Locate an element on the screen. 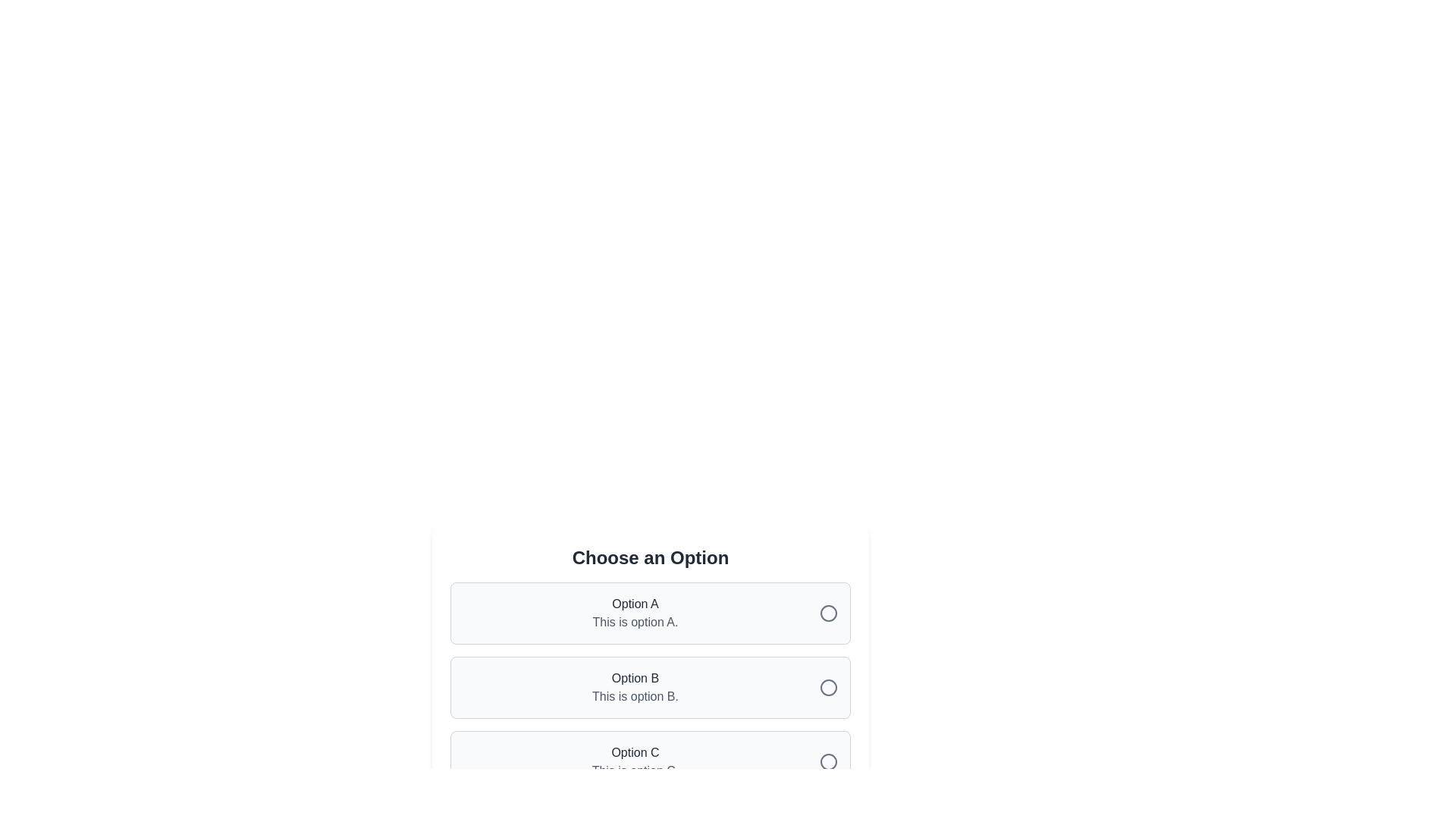 The width and height of the screenshot is (1456, 819). the circular gray icon located in the top-right corner of the 'Option A' block, which has a stroke circle design and denotes a neutral state is located at coordinates (828, 613).